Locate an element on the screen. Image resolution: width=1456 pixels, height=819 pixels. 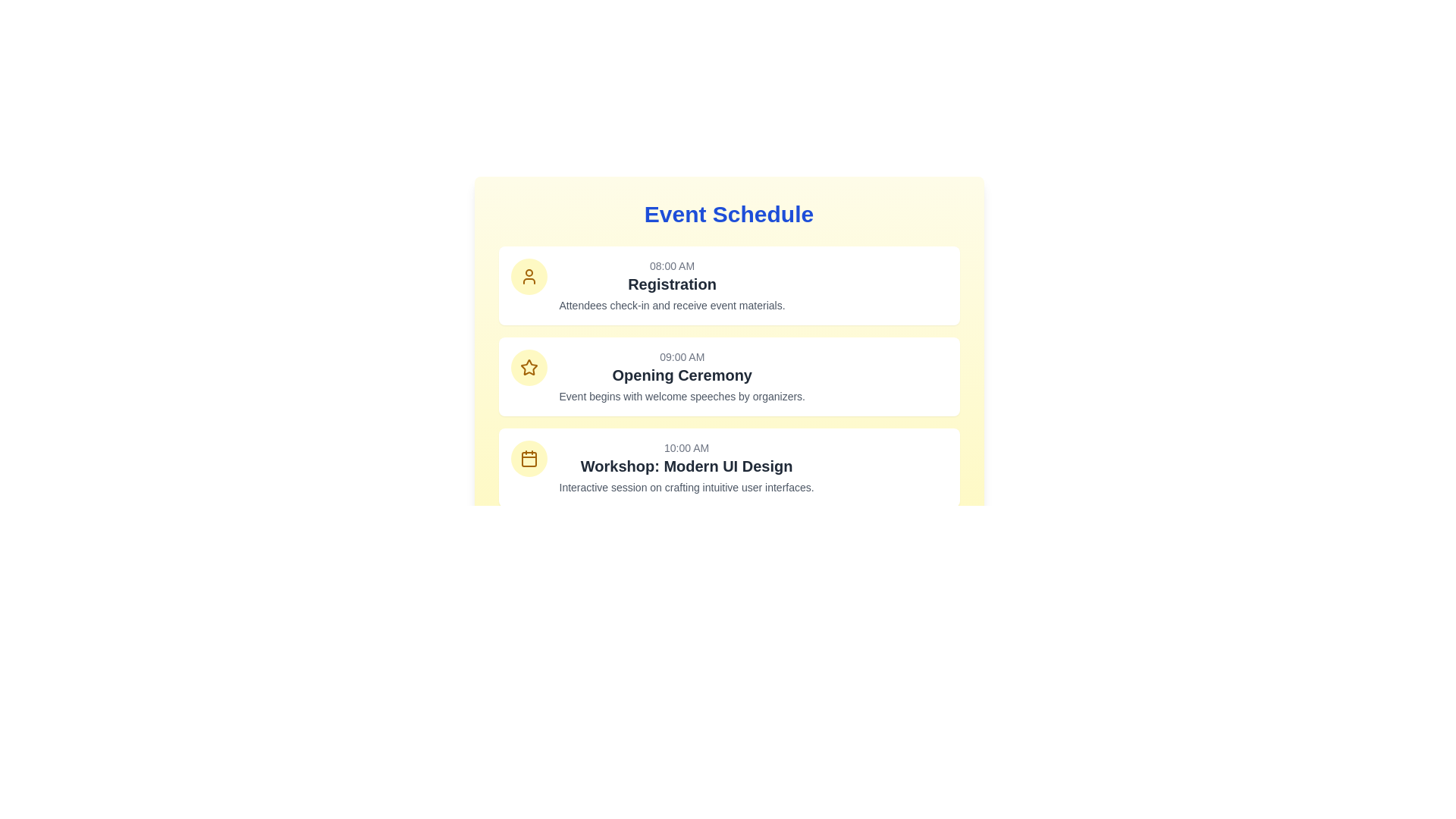
the static text element that serves as a title for a schedule entry, located between the '10:00 AM' time text and the description text 'Interactive session on crafting intuitive user interfaces.' is located at coordinates (686, 465).